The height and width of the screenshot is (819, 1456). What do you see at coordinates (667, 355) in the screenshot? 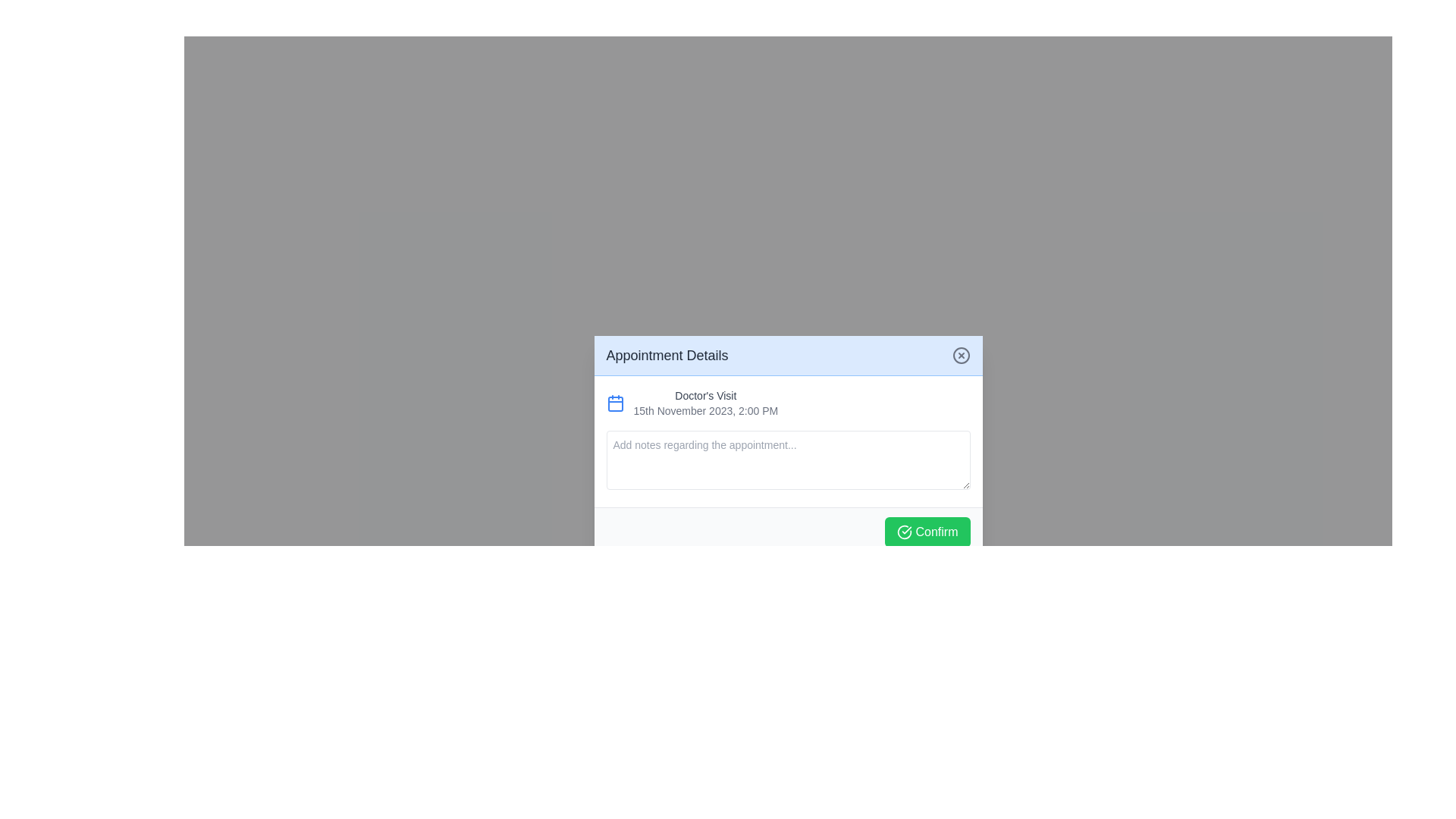
I see `the 'Appointment Details' text label, which is styled in bold with a dark hue against a light blue background, positioned in the header of the dialog box` at bounding box center [667, 355].